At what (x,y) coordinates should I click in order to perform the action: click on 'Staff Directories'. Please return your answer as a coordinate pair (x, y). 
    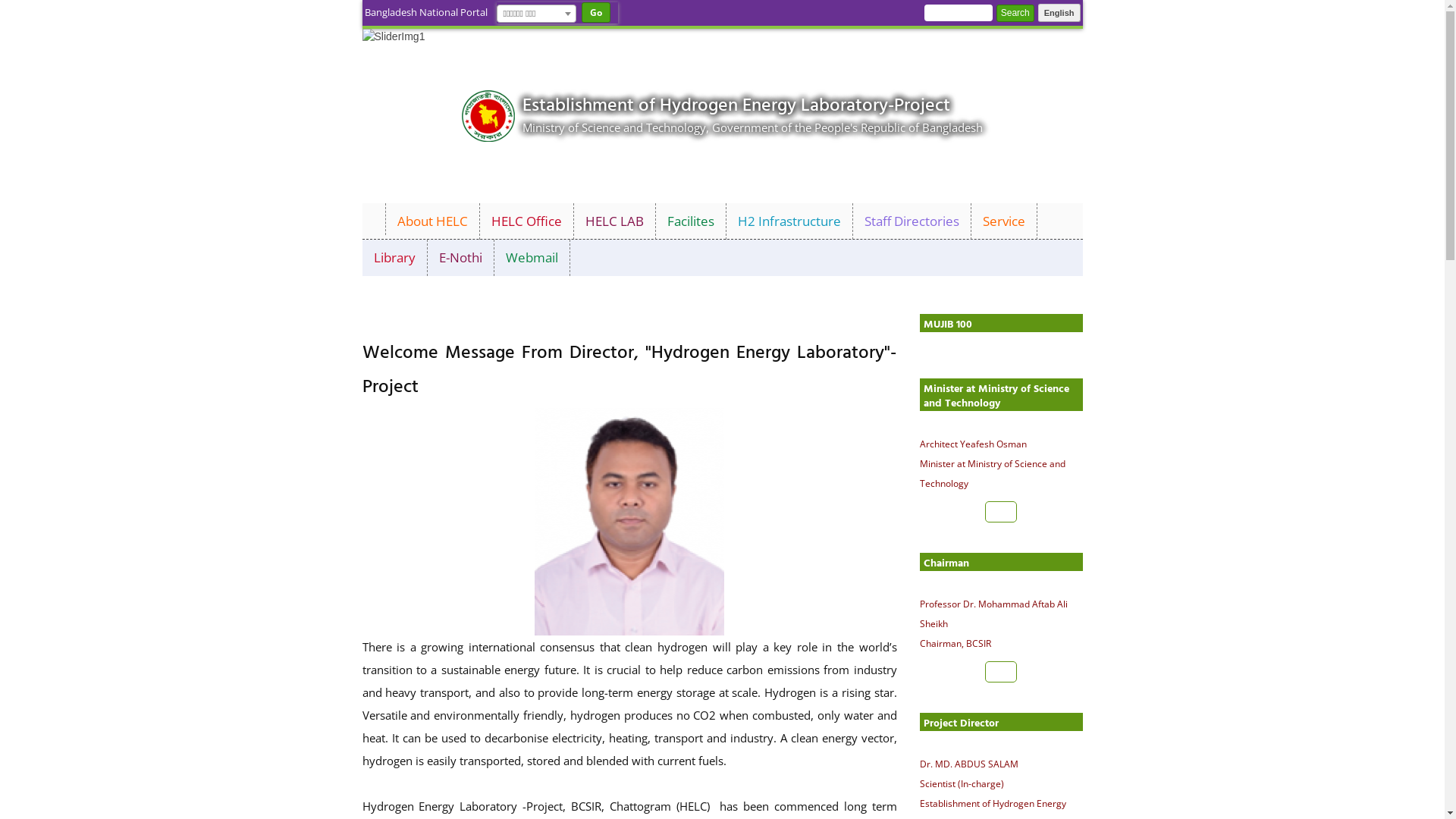
    Looking at the image, I should click on (852, 221).